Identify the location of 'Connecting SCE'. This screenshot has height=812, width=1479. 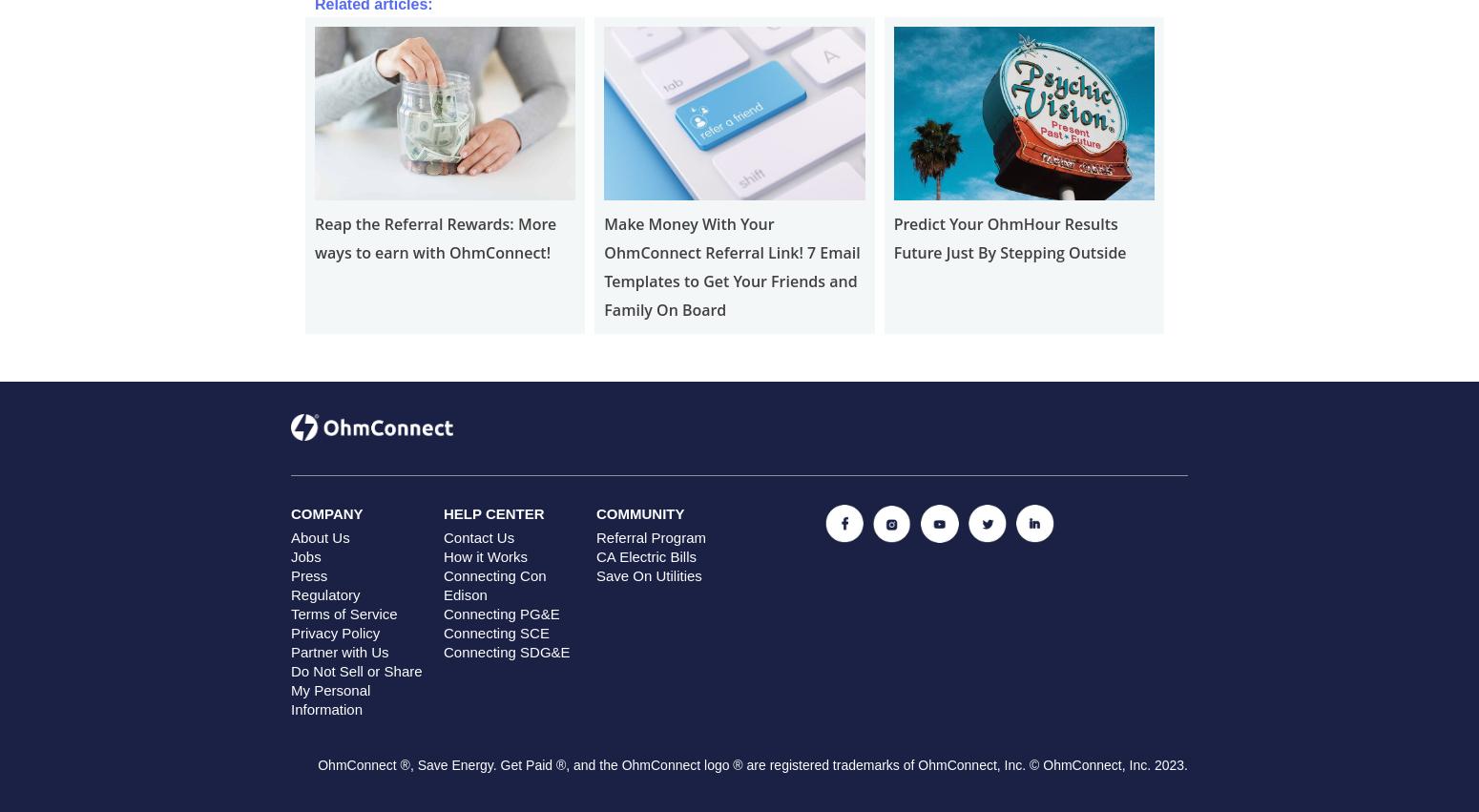
(495, 633).